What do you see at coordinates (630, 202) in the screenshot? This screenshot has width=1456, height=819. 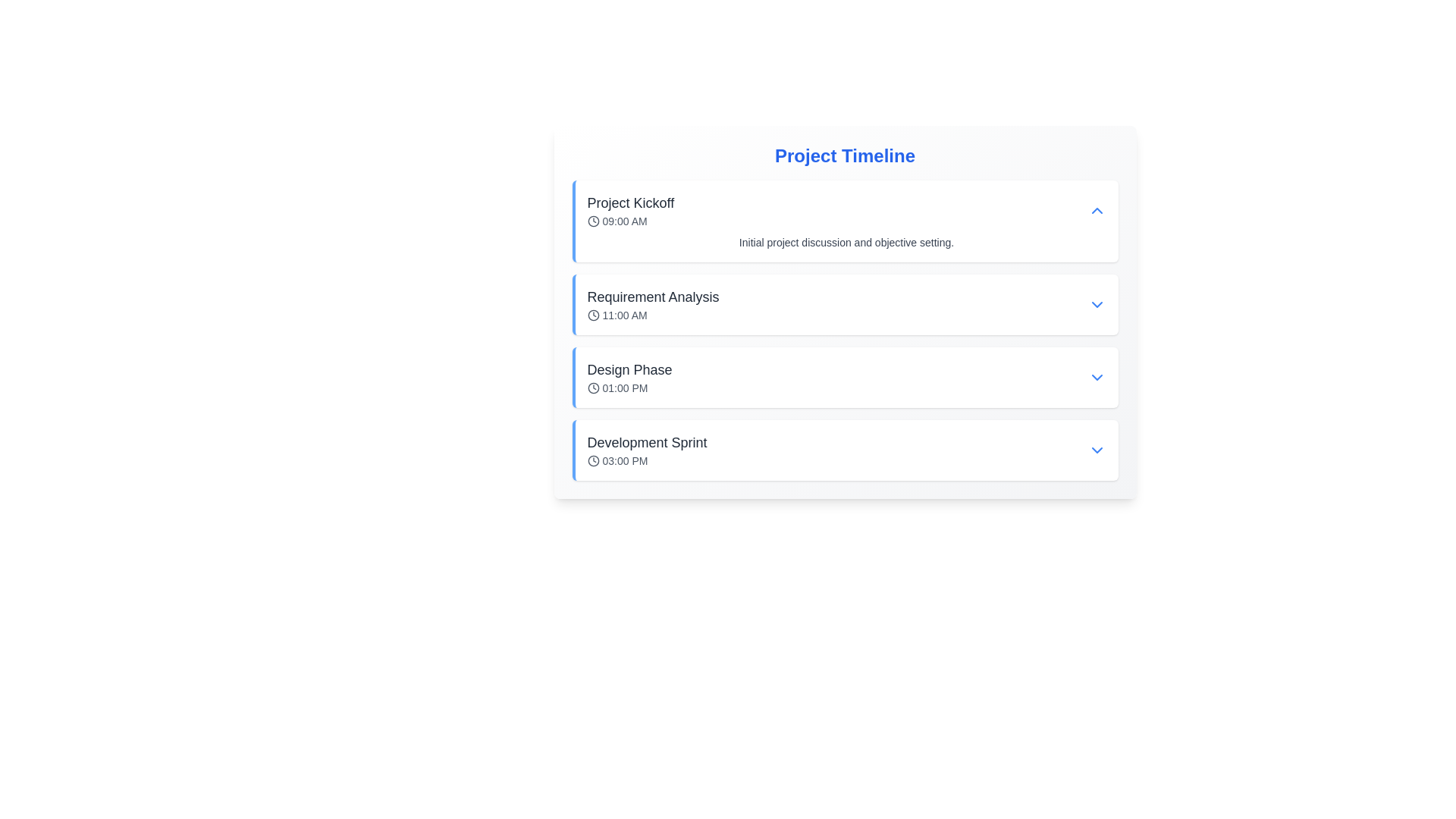 I see `the text label that serves as the title or heading for the associated timeline event, located in the top-left segment of the grouped item above '09:00 AM'` at bounding box center [630, 202].